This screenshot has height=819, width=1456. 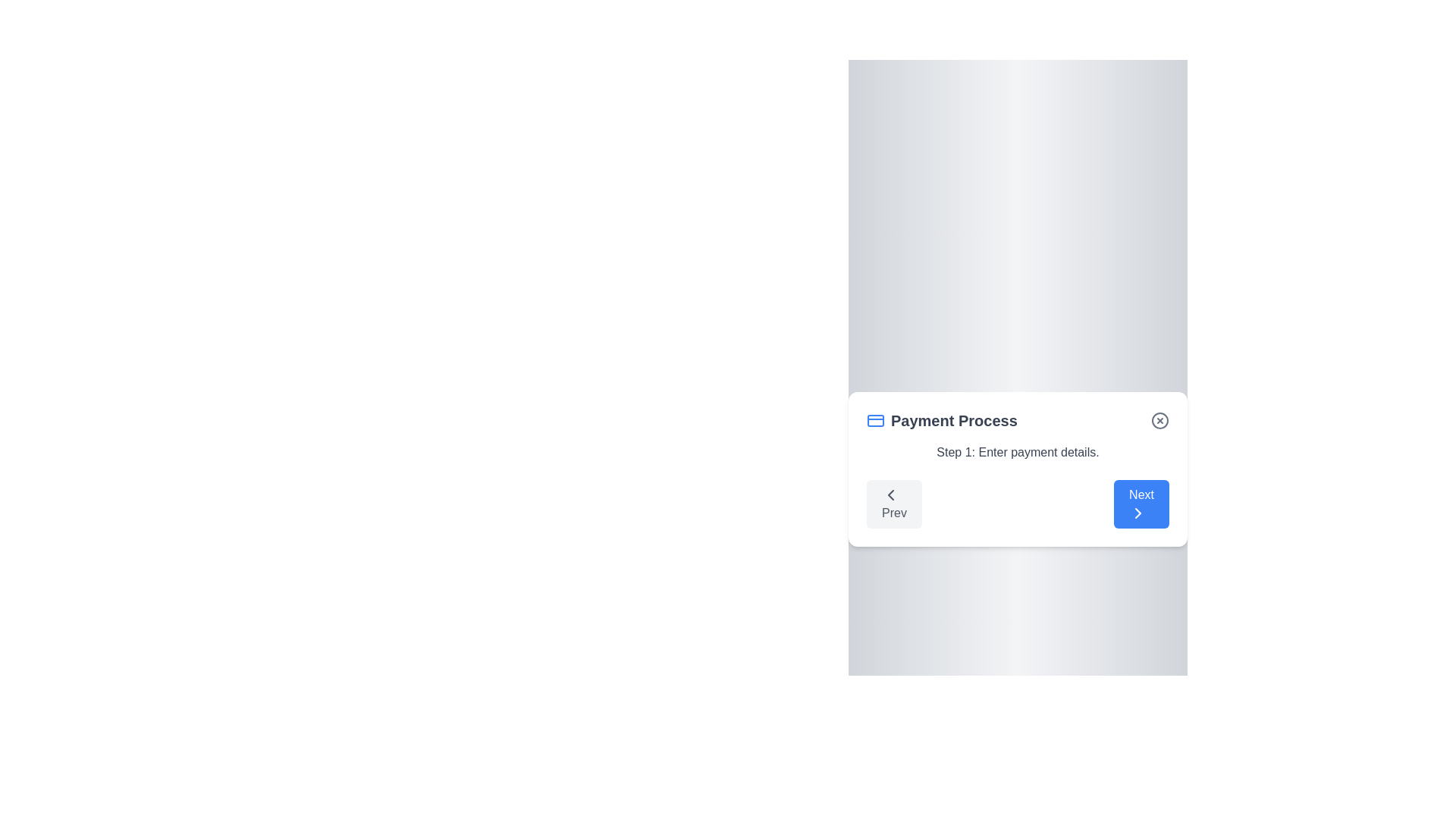 What do you see at coordinates (1141, 504) in the screenshot?
I see `the blue rectangular 'Next' button with rounded corners and a rightward chevron icon to proceed to the next step` at bounding box center [1141, 504].